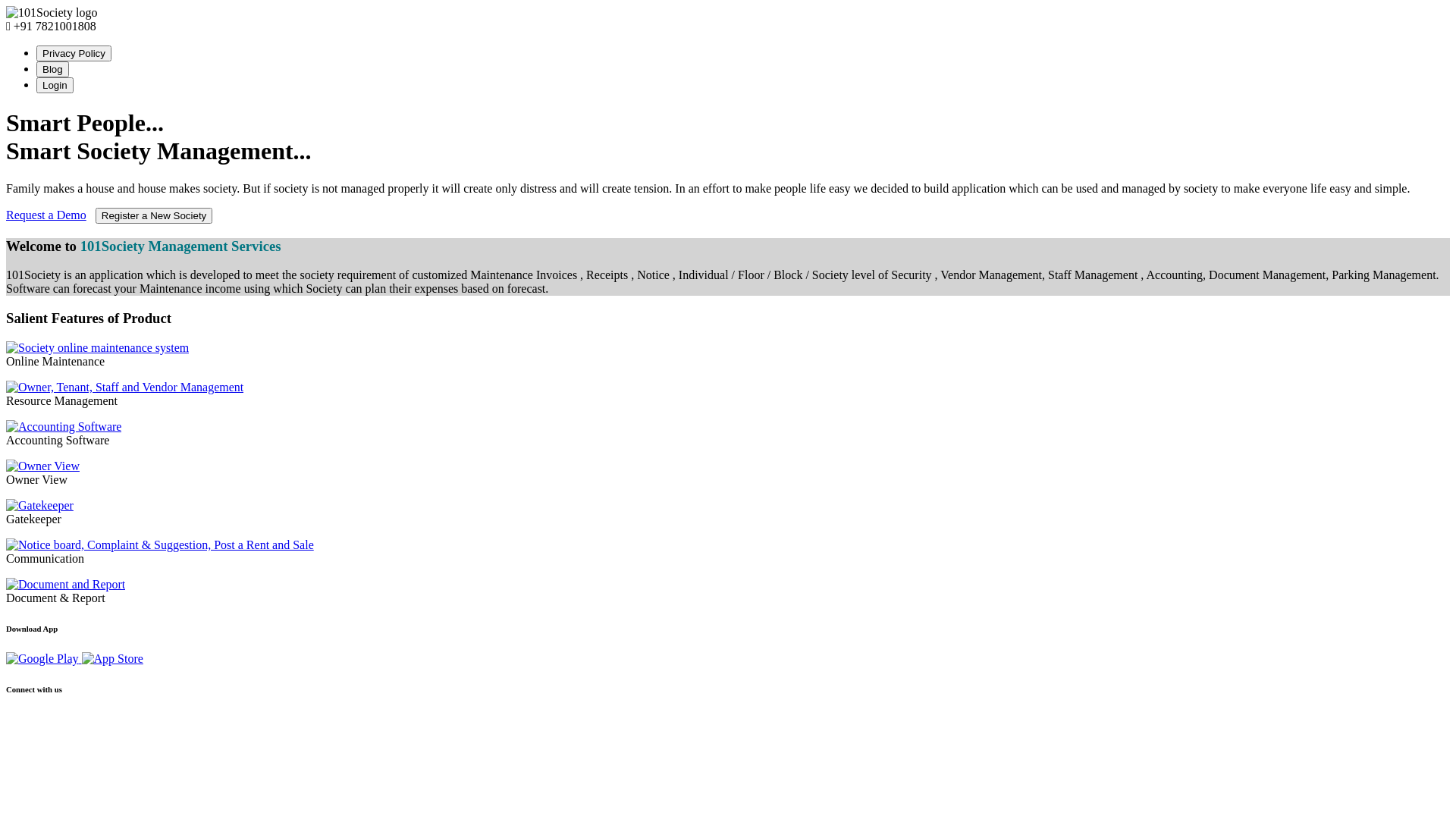  What do you see at coordinates (154, 215) in the screenshot?
I see `'Register a New Society'` at bounding box center [154, 215].